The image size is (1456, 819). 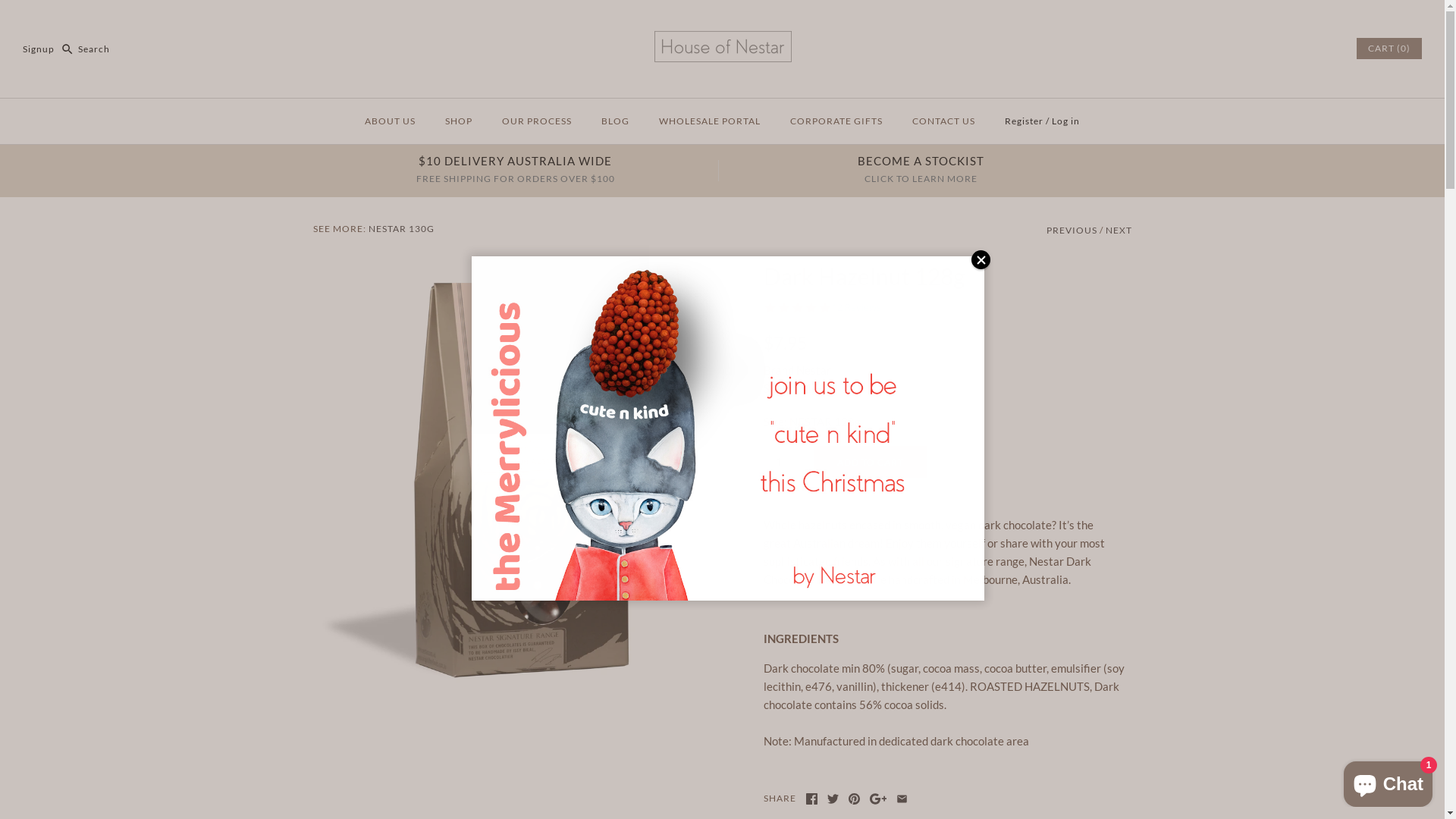 I want to click on 'Register', so click(x=1024, y=120).